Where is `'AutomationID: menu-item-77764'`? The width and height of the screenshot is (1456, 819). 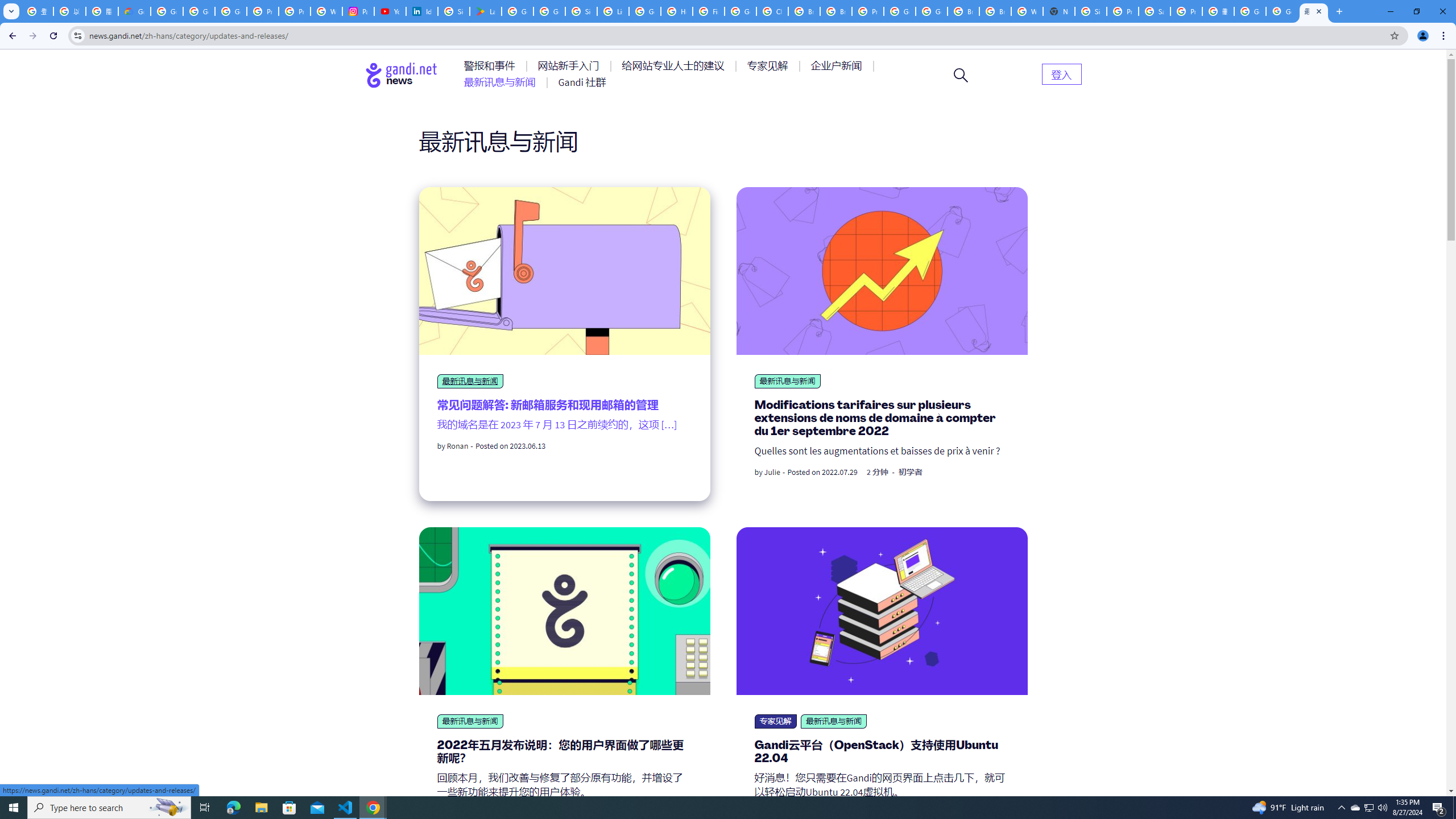 'AutomationID: menu-item-77764' is located at coordinates (769, 65).